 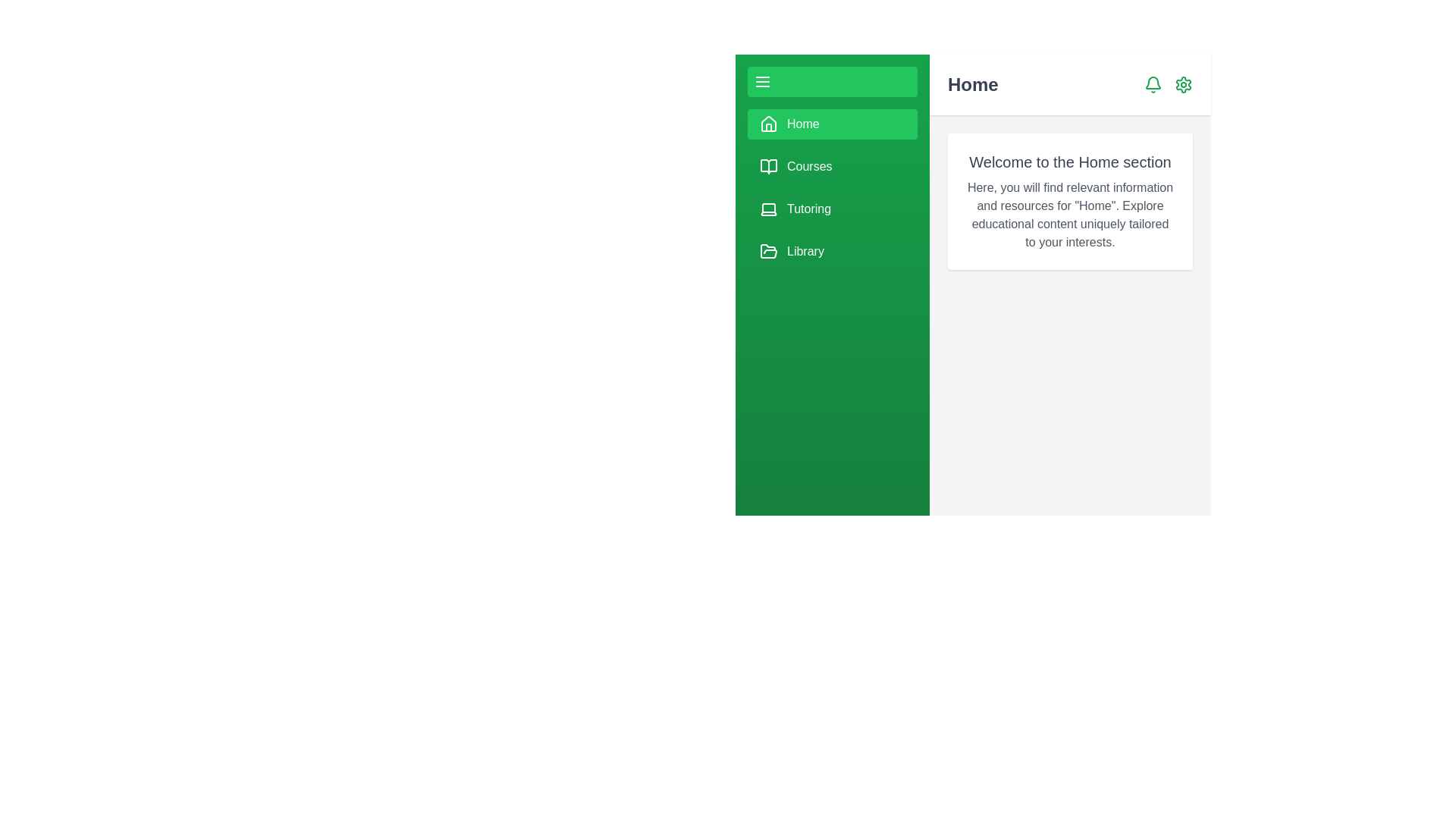 I want to click on the green 'Home' button located in the side navigation panel, which is the first item in the vertical list, so click(x=832, y=124).